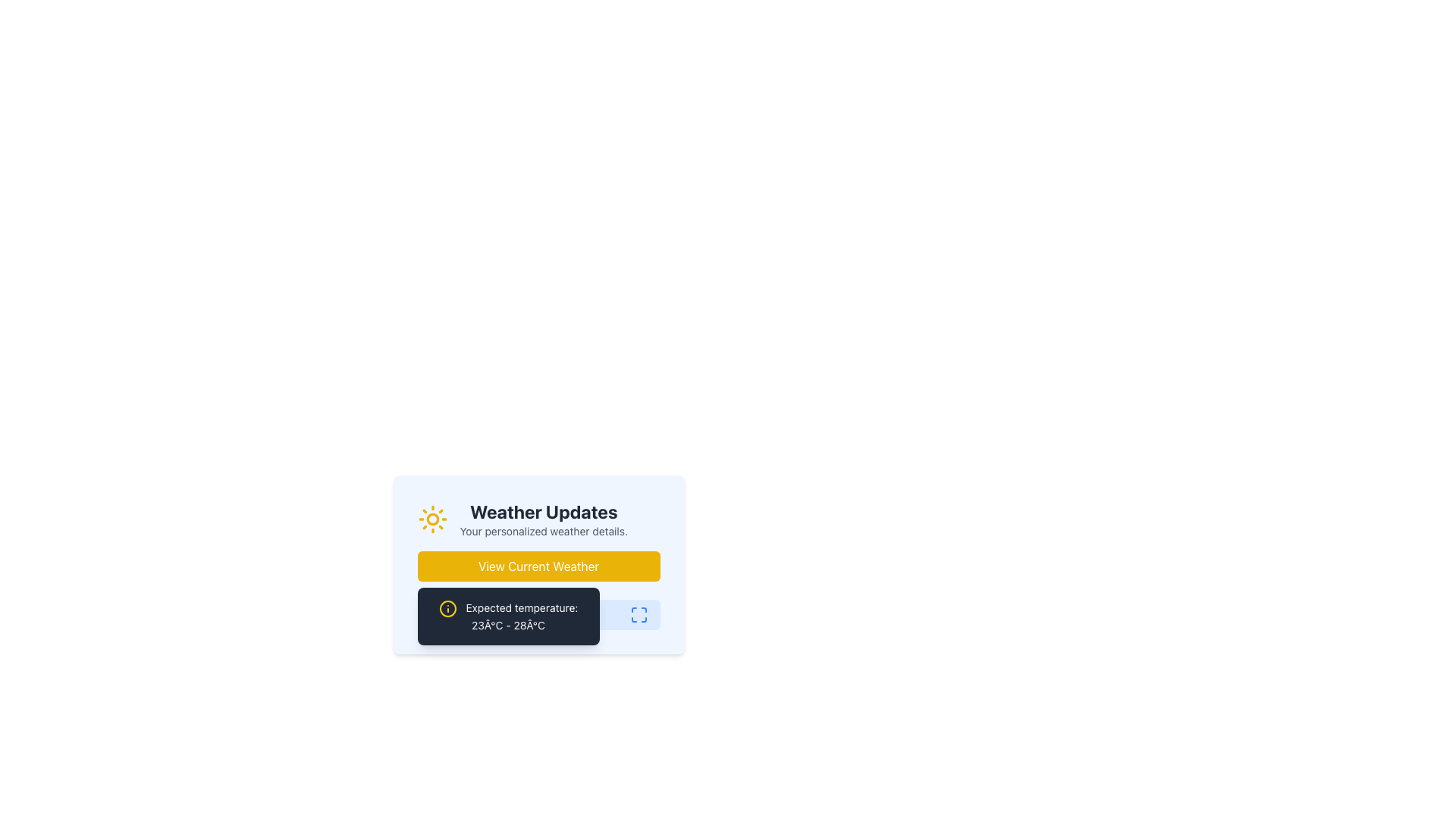 This screenshot has width=1456, height=819. What do you see at coordinates (508, 617) in the screenshot?
I see `the informational text box displaying the expected temperature range for the day, positioned below the 'View Current Weather' button` at bounding box center [508, 617].